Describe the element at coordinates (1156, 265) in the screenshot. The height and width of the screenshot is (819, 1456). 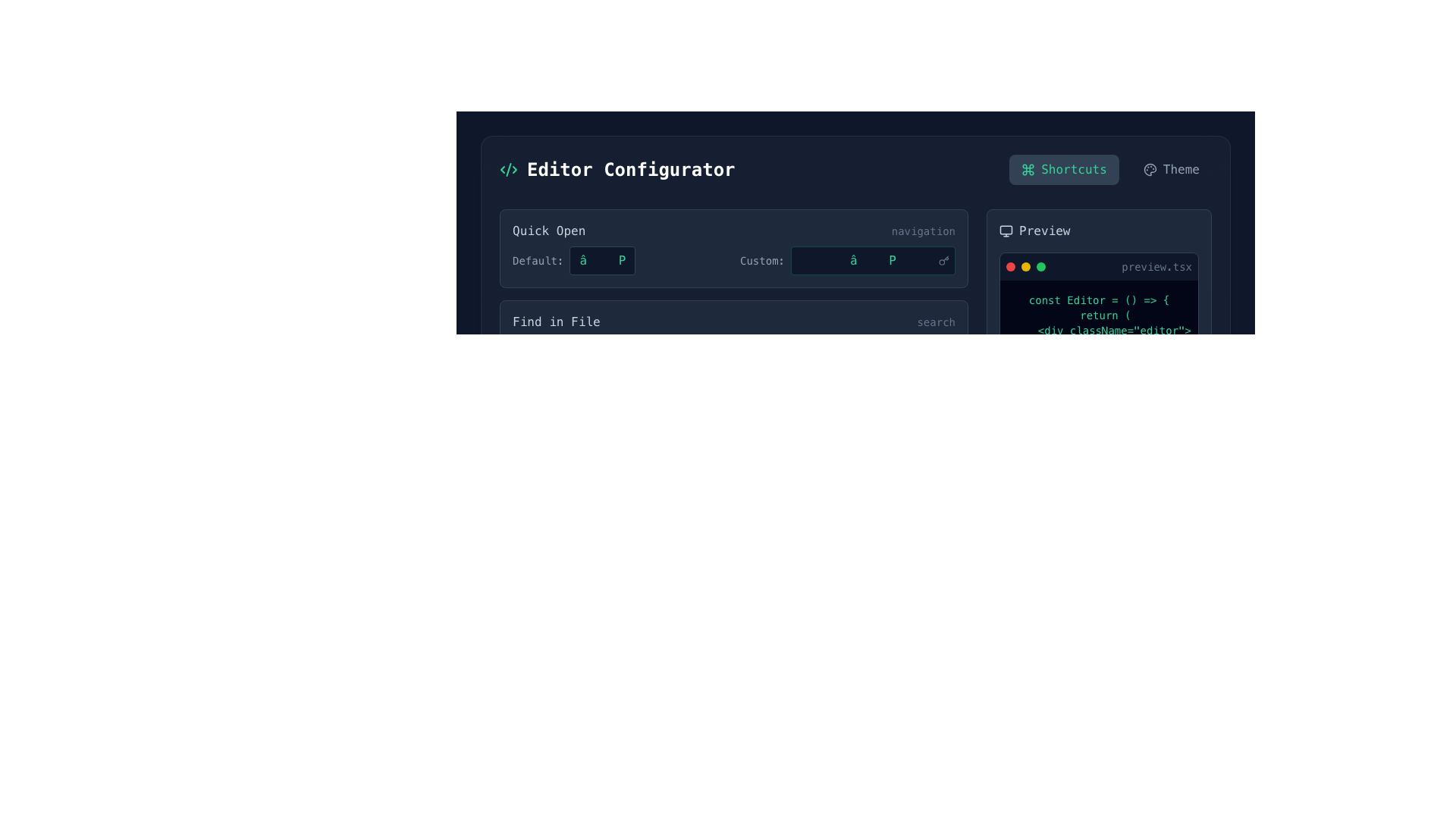
I see `the static text element located in the header bar, which indicates the name of a file or component, positioned to the right of three colored circular indicators` at that location.